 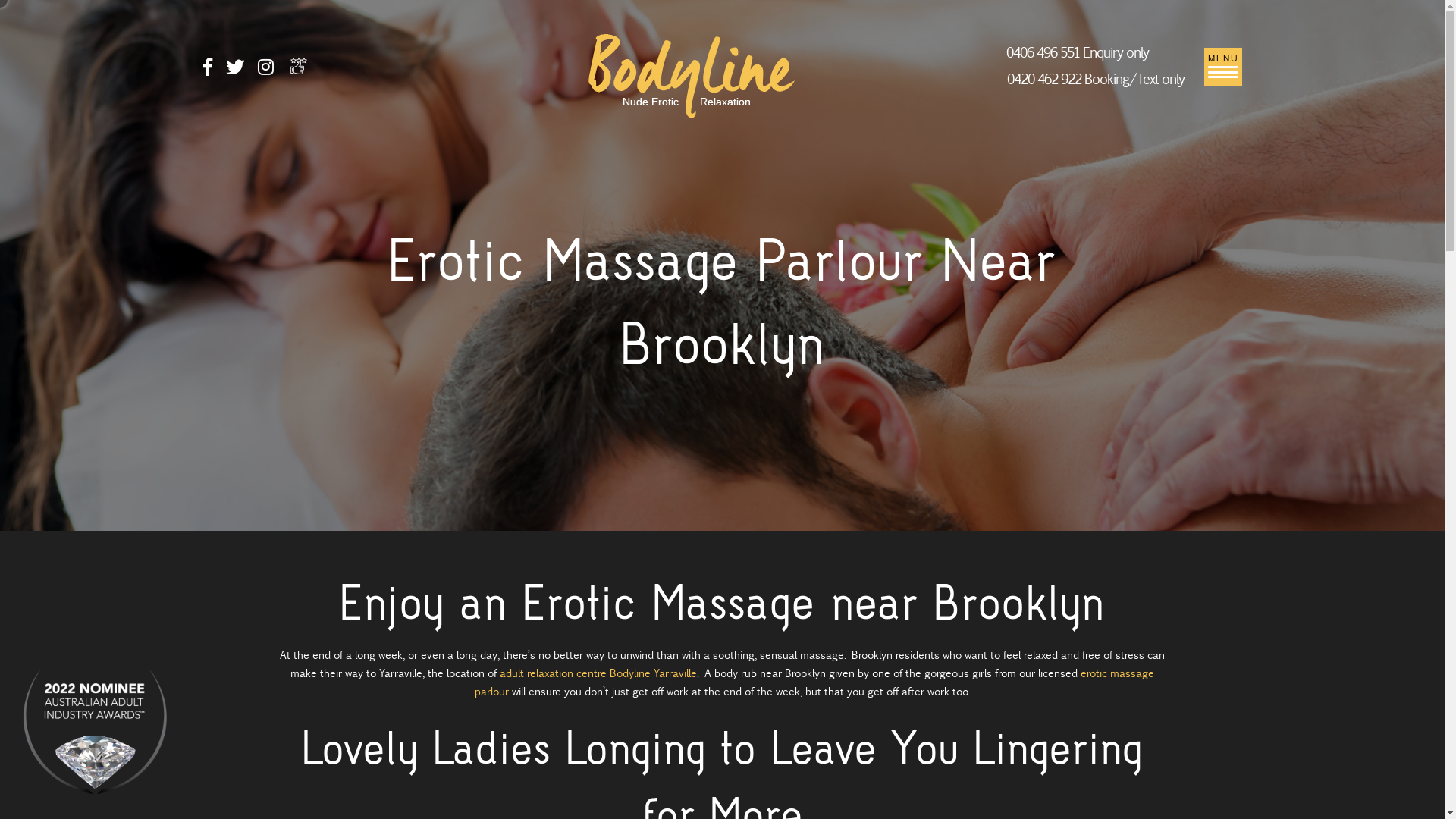 What do you see at coordinates (473, 681) in the screenshot?
I see `'erotic massage parlour'` at bounding box center [473, 681].